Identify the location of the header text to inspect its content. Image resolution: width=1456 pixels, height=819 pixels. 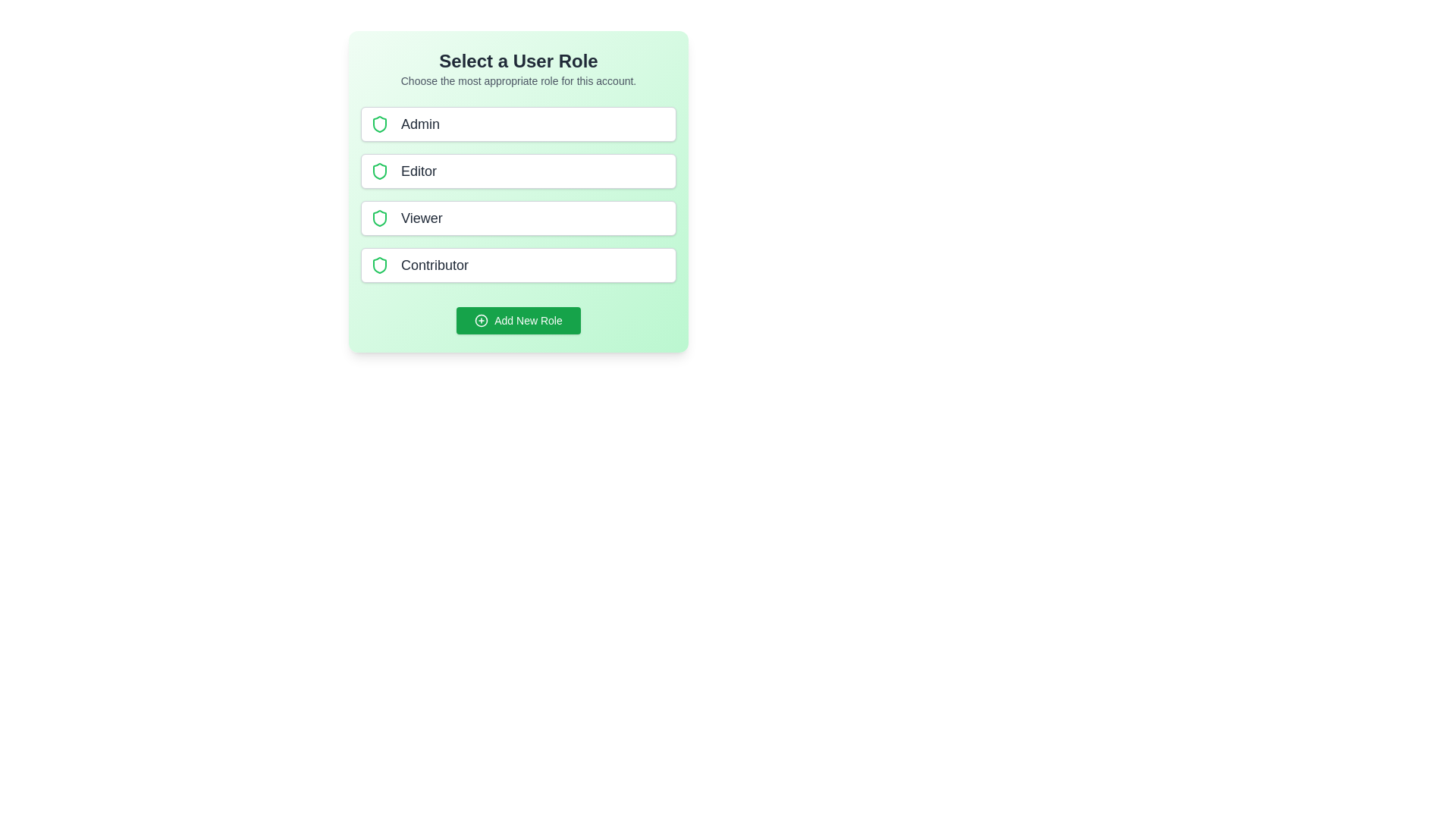
(519, 61).